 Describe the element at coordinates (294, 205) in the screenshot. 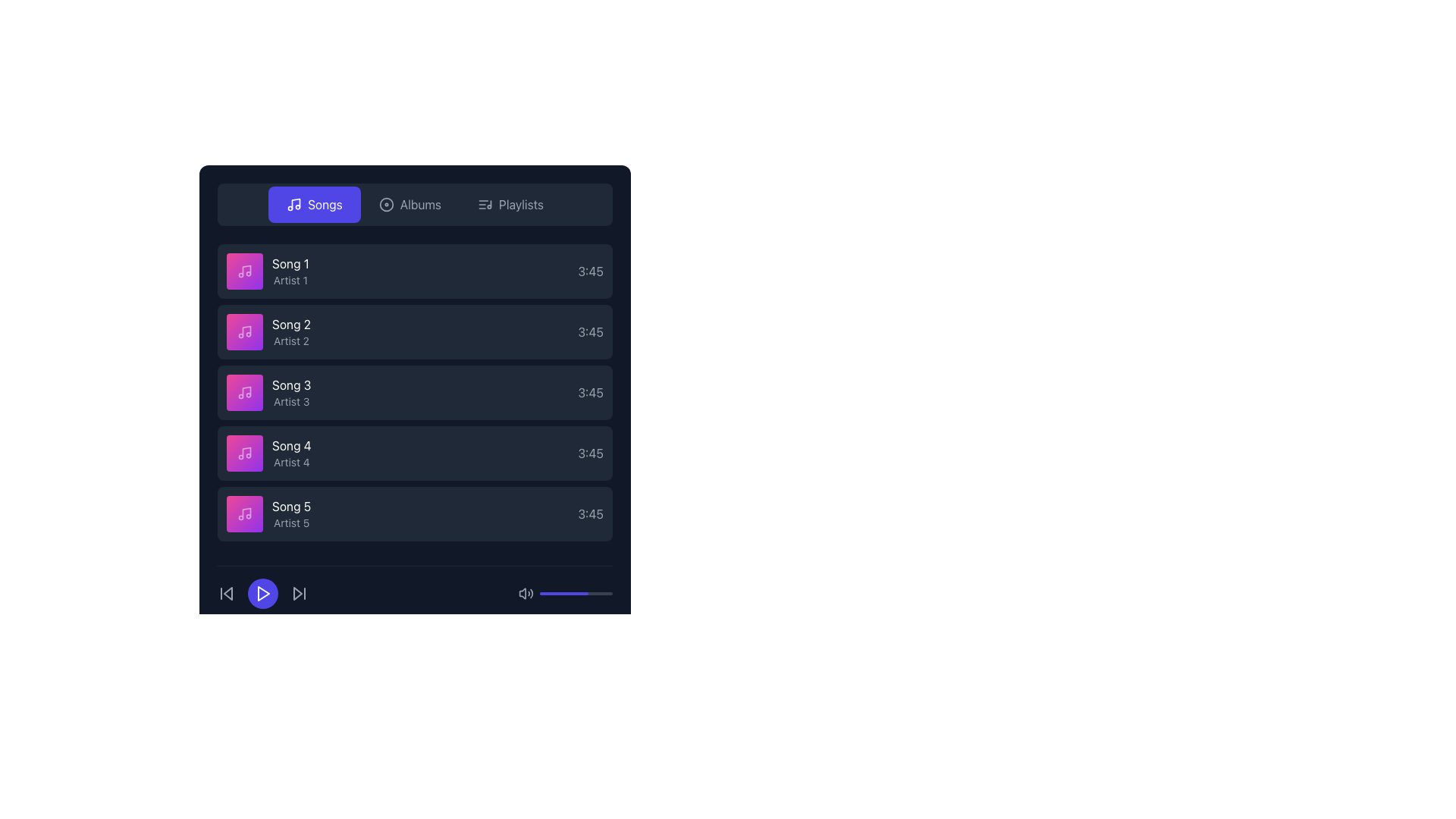

I see `keyboard navigation` at that location.